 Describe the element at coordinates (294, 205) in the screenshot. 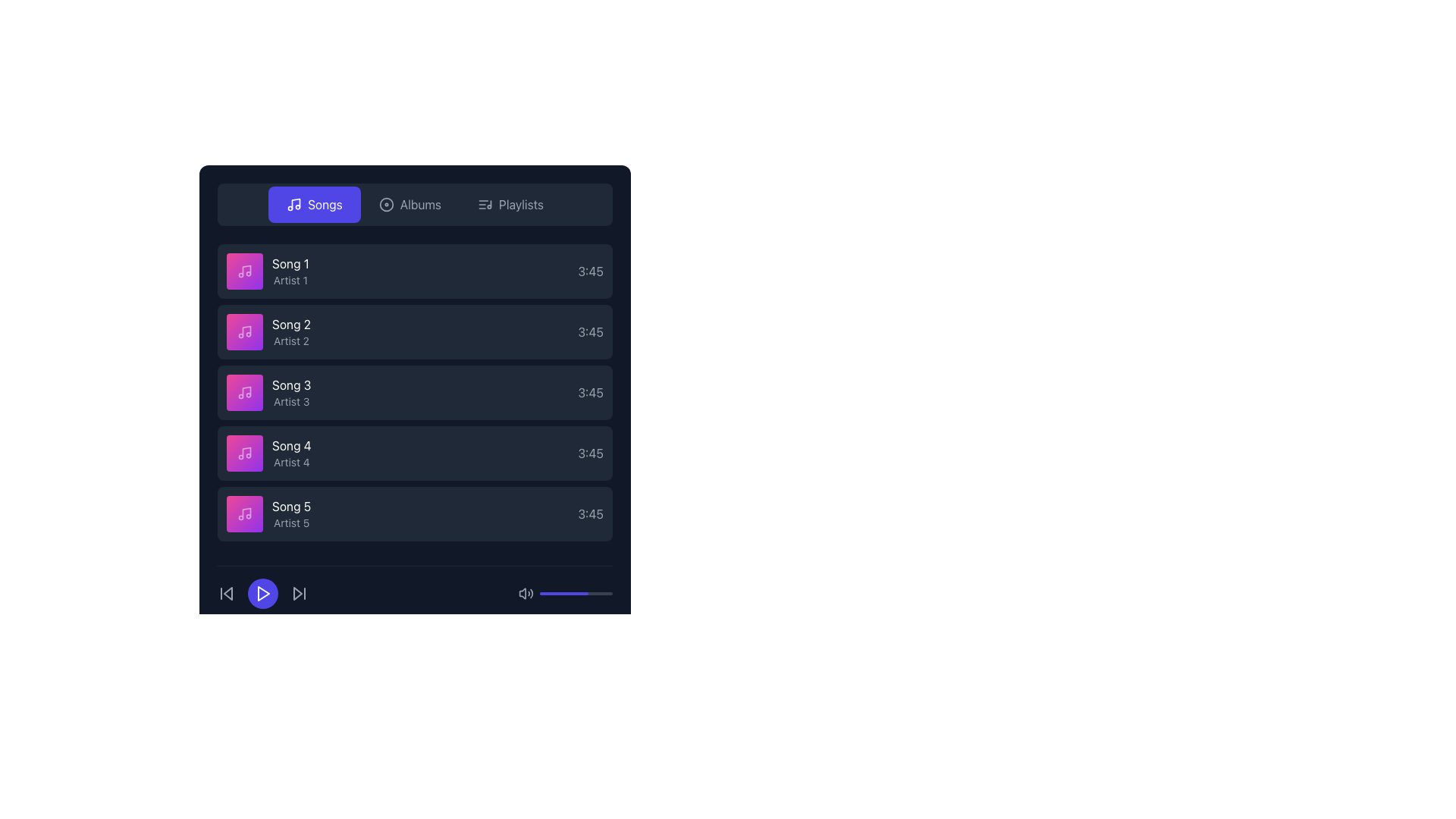

I see `keyboard navigation` at that location.